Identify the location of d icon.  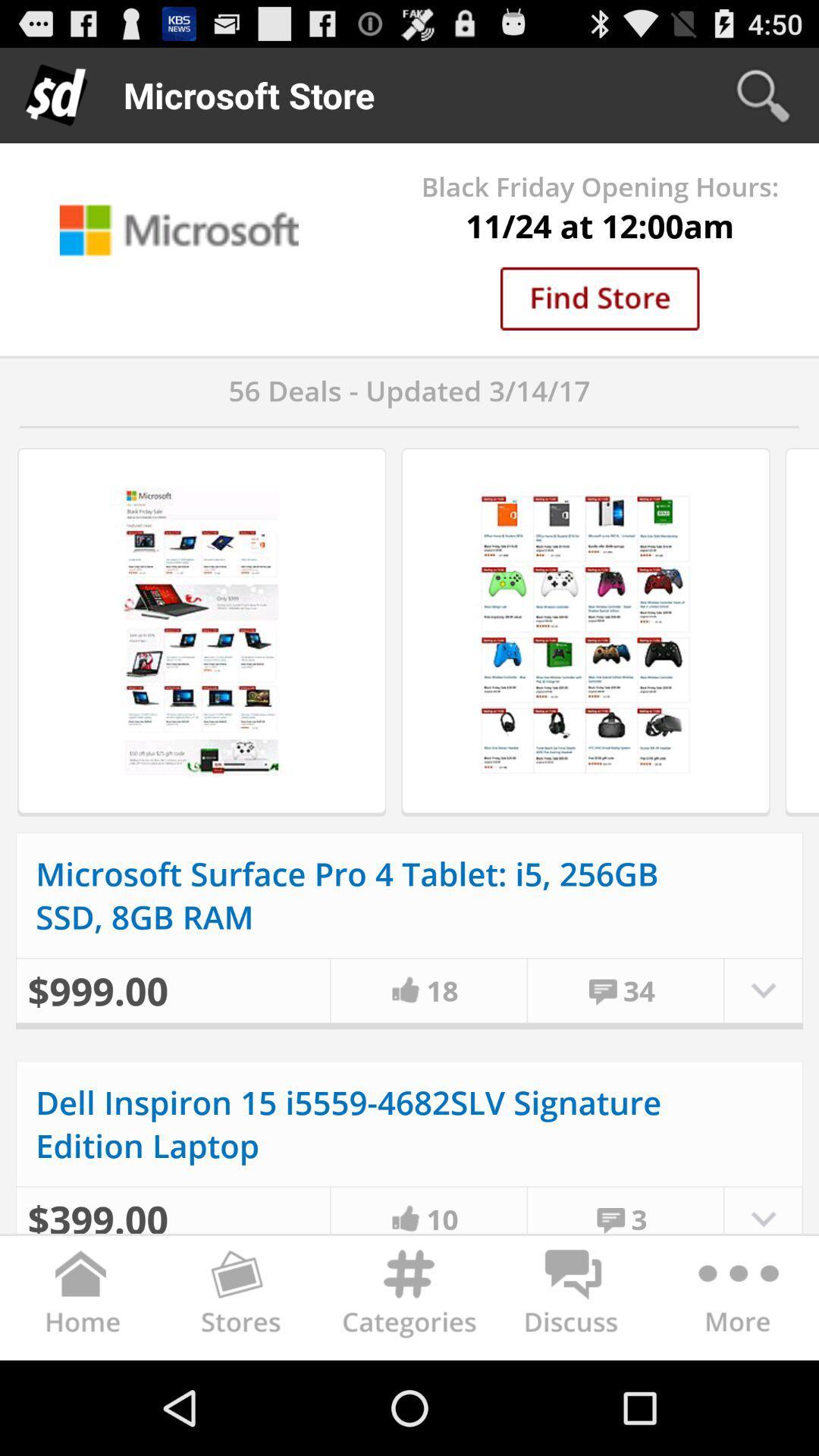
(55, 94).